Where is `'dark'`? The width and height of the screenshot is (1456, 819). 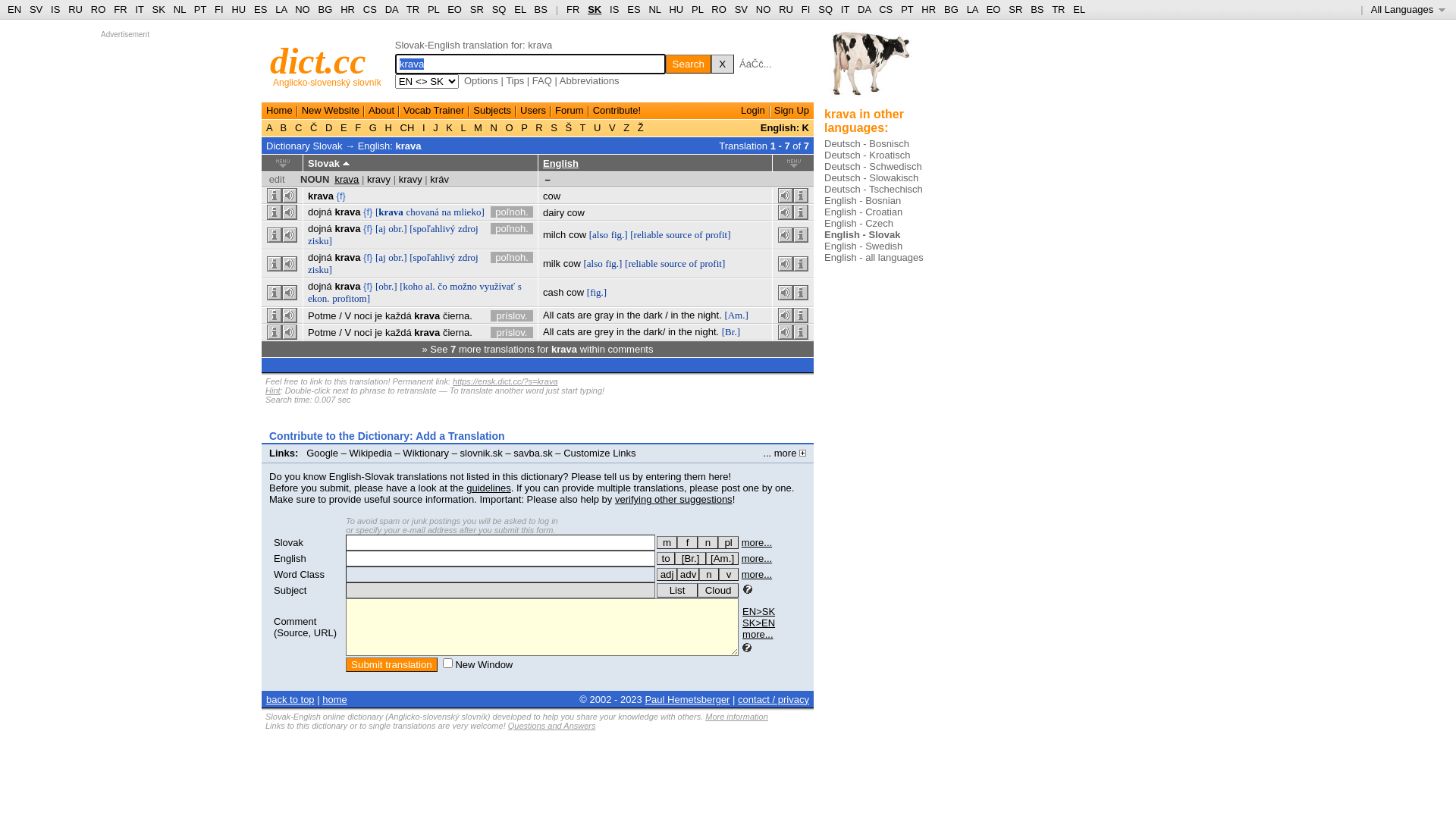
'dark' is located at coordinates (652, 331).